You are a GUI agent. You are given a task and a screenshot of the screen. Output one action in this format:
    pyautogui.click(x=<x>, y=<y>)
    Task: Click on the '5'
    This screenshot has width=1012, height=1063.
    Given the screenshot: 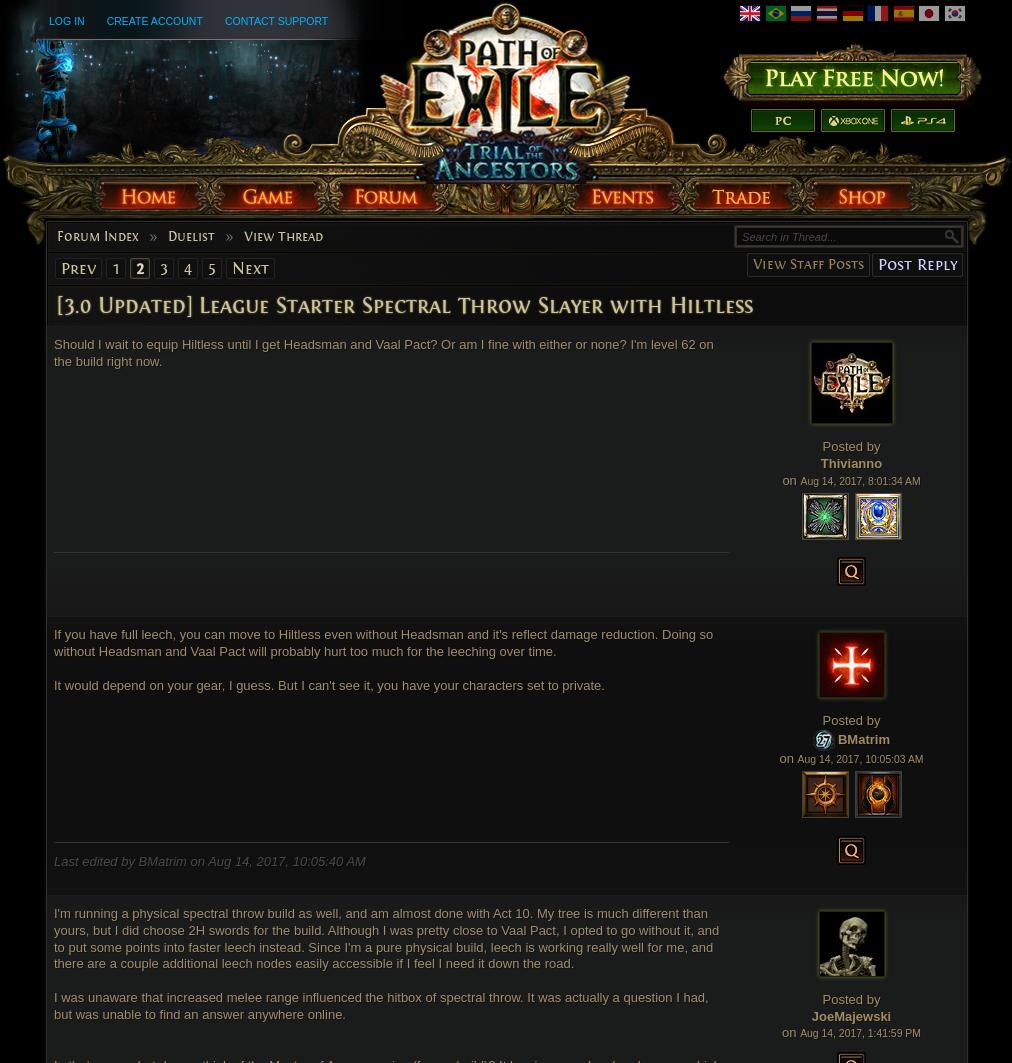 What is the action you would take?
    pyautogui.click(x=207, y=267)
    